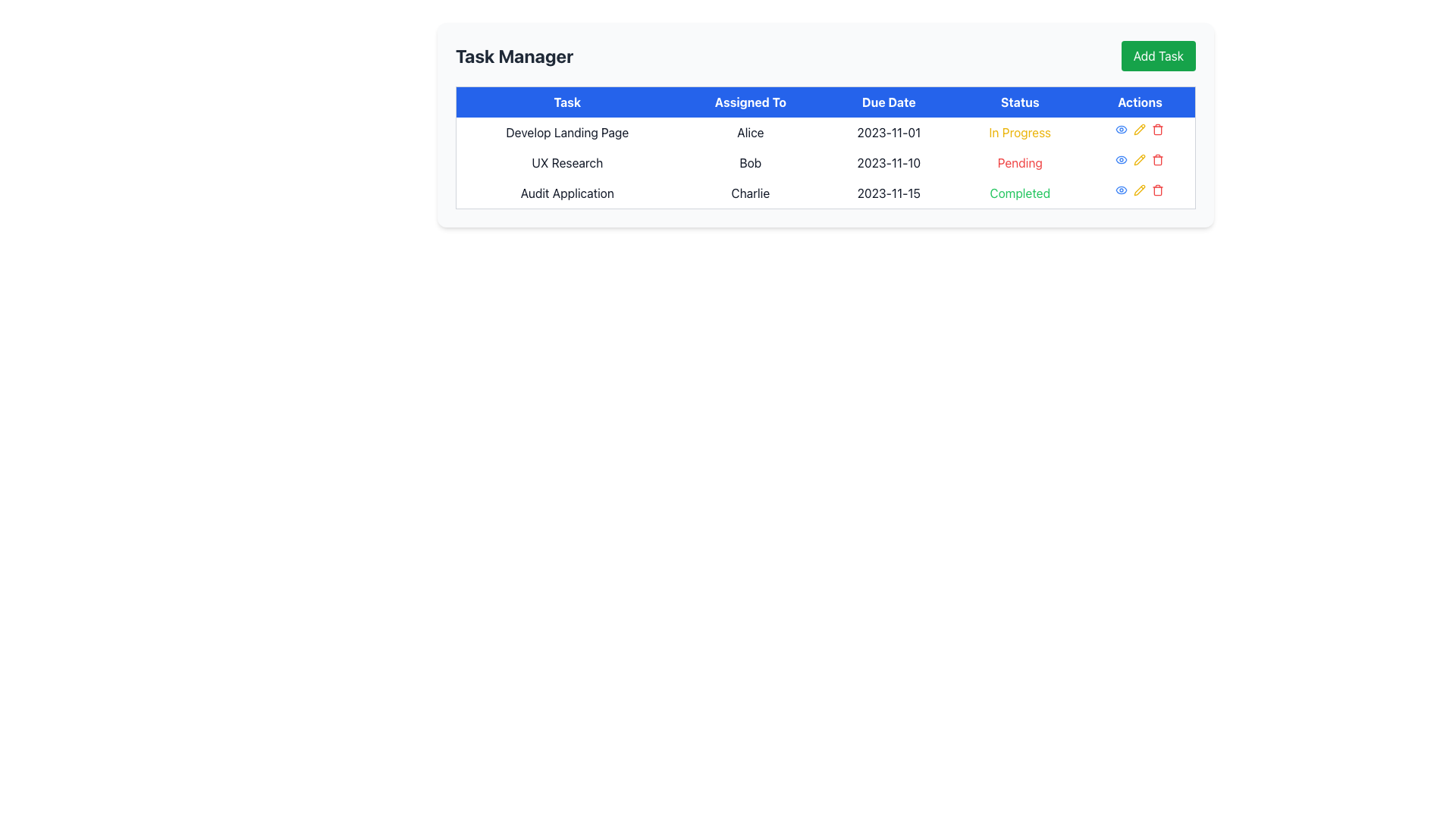 This screenshot has height=819, width=1456. I want to click on the edit button located in the 'Audit Application' row of the actions group, specifically the second icon from the left, so click(1140, 189).